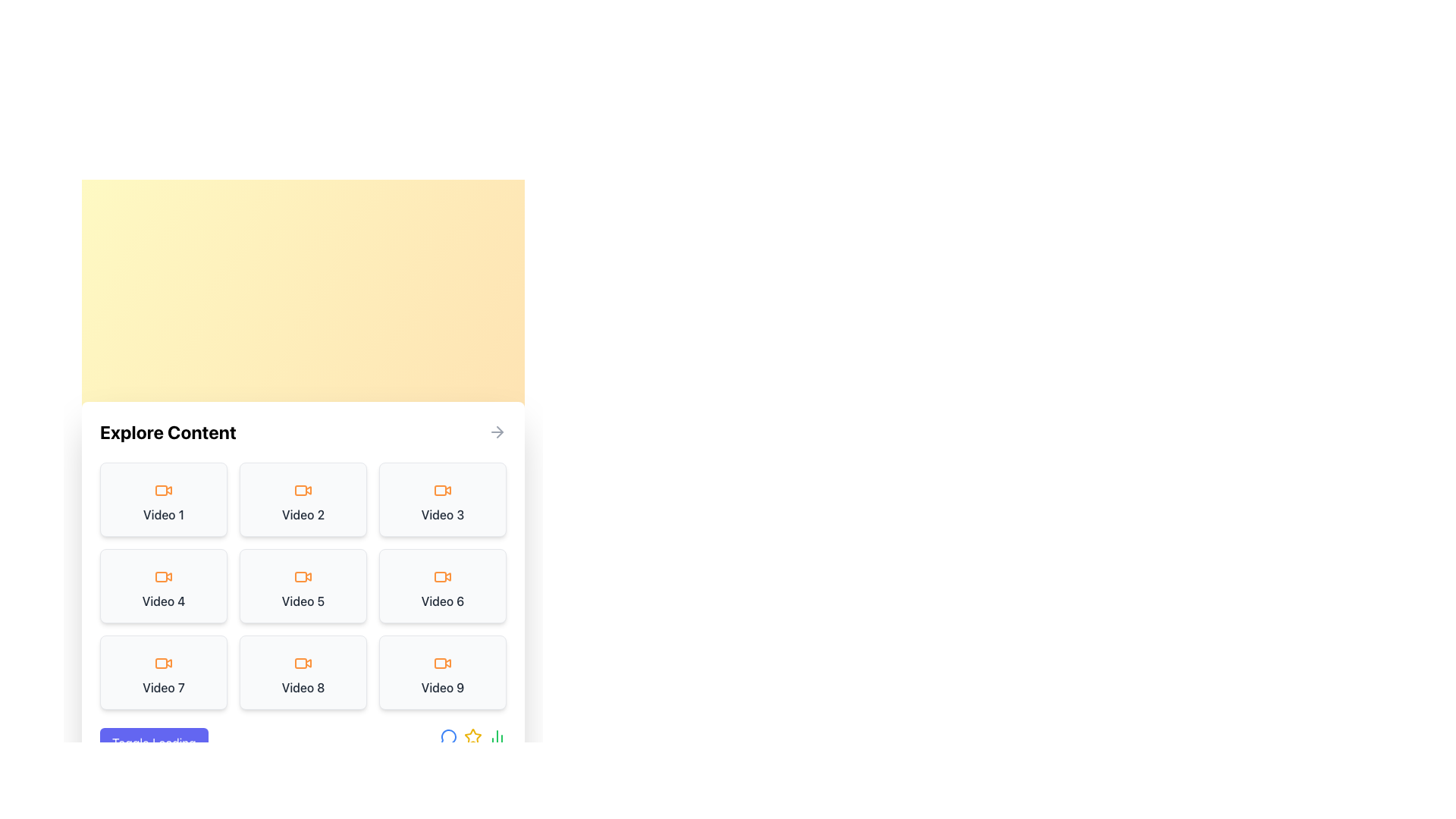 This screenshot has height=819, width=1456. I want to click on the clickable card representing 'Video 4' in the grid layout, so click(164, 585).